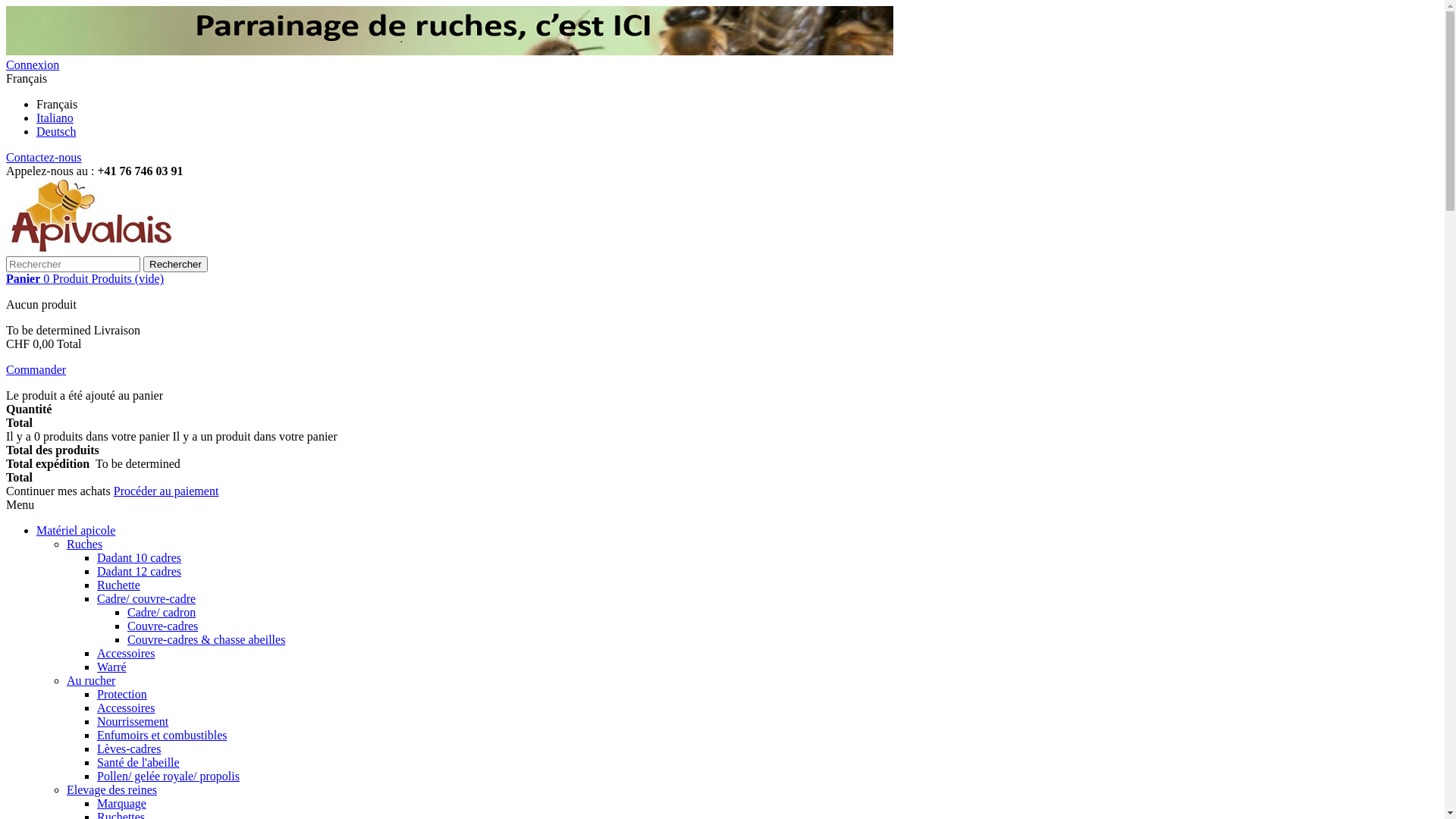  What do you see at coordinates (121, 802) in the screenshot?
I see `'Marquage'` at bounding box center [121, 802].